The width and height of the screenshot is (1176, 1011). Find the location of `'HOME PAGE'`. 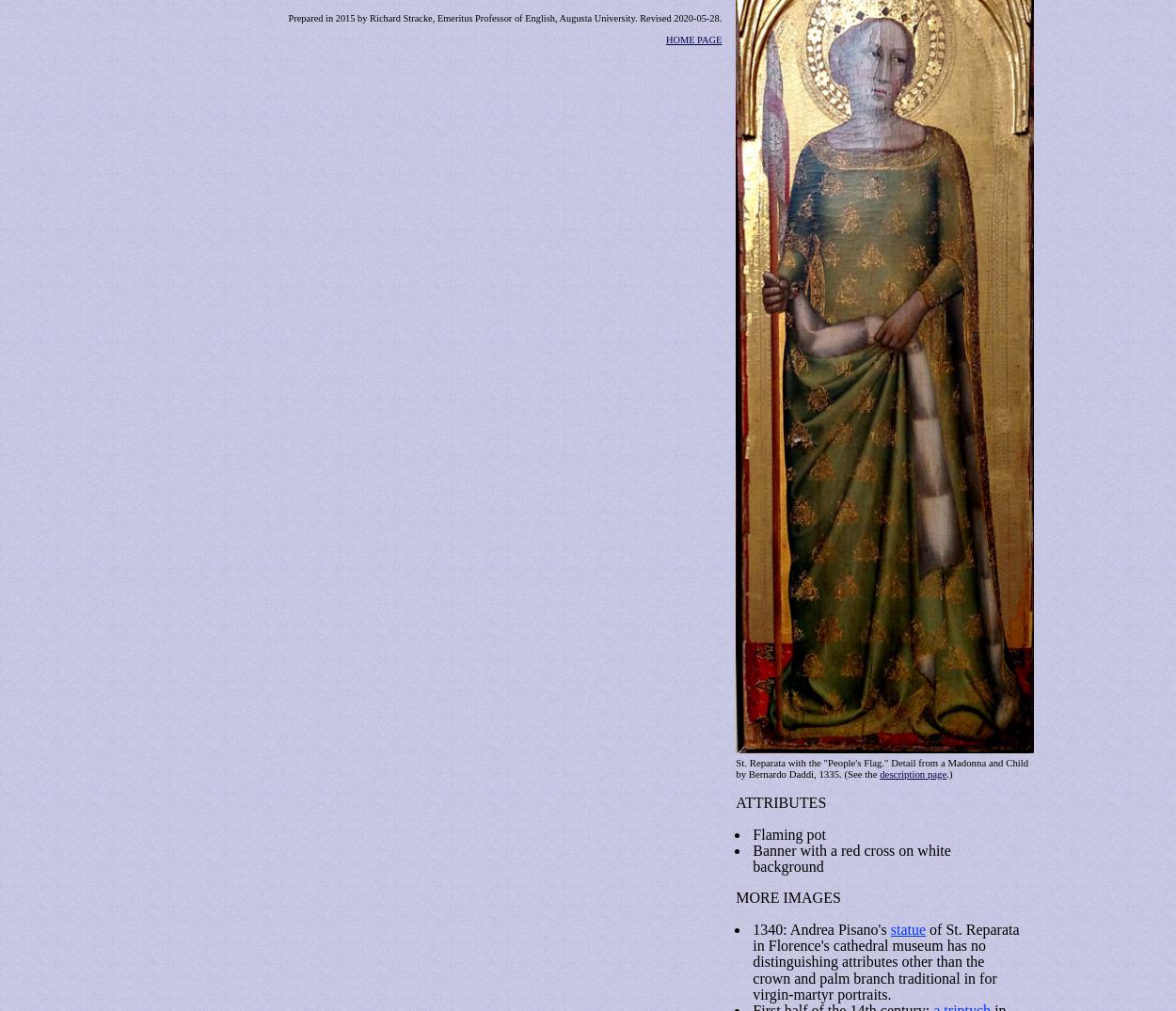

'HOME PAGE' is located at coordinates (692, 38).